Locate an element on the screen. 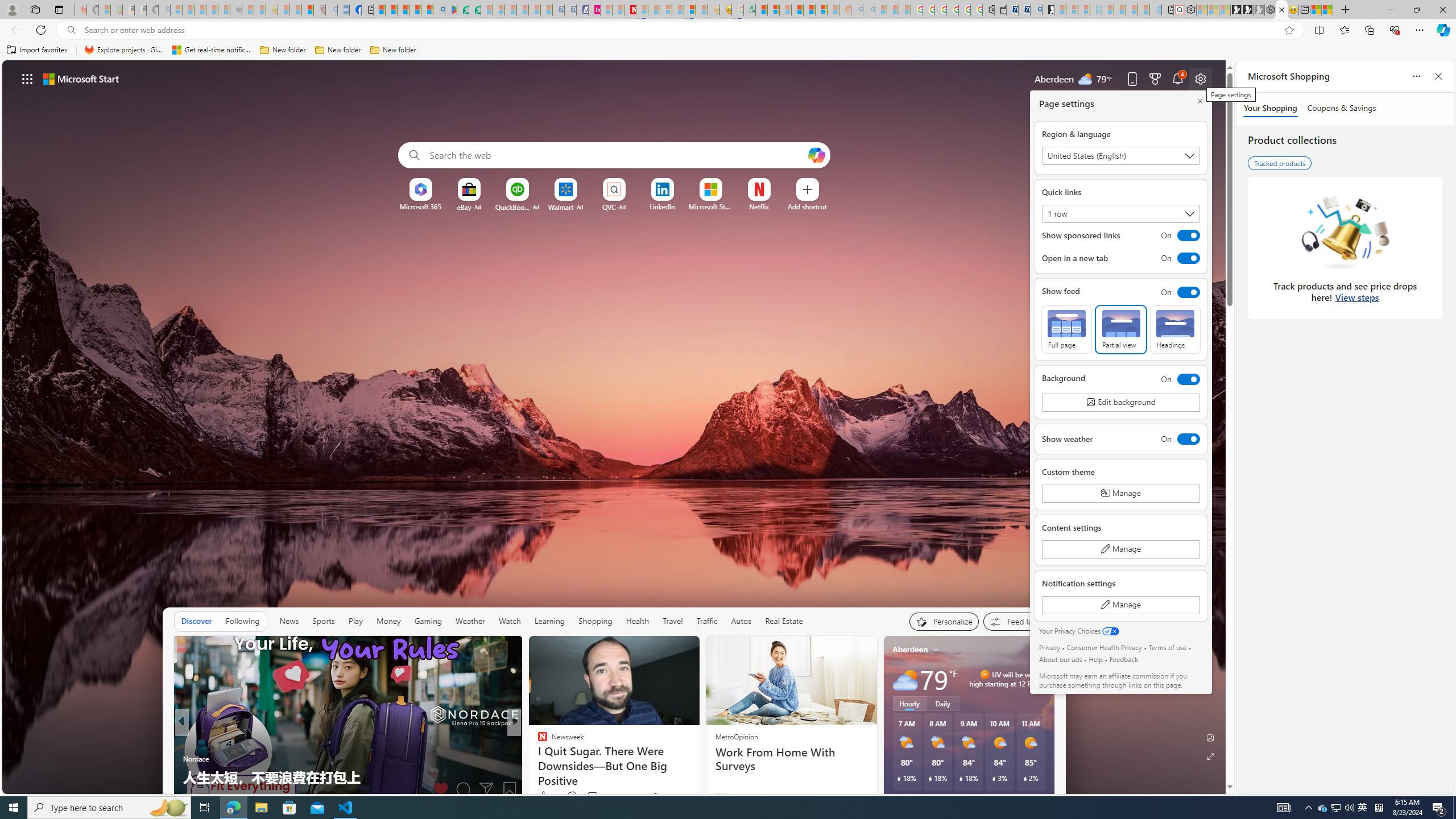  'Play' is located at coordinates (354, 621).